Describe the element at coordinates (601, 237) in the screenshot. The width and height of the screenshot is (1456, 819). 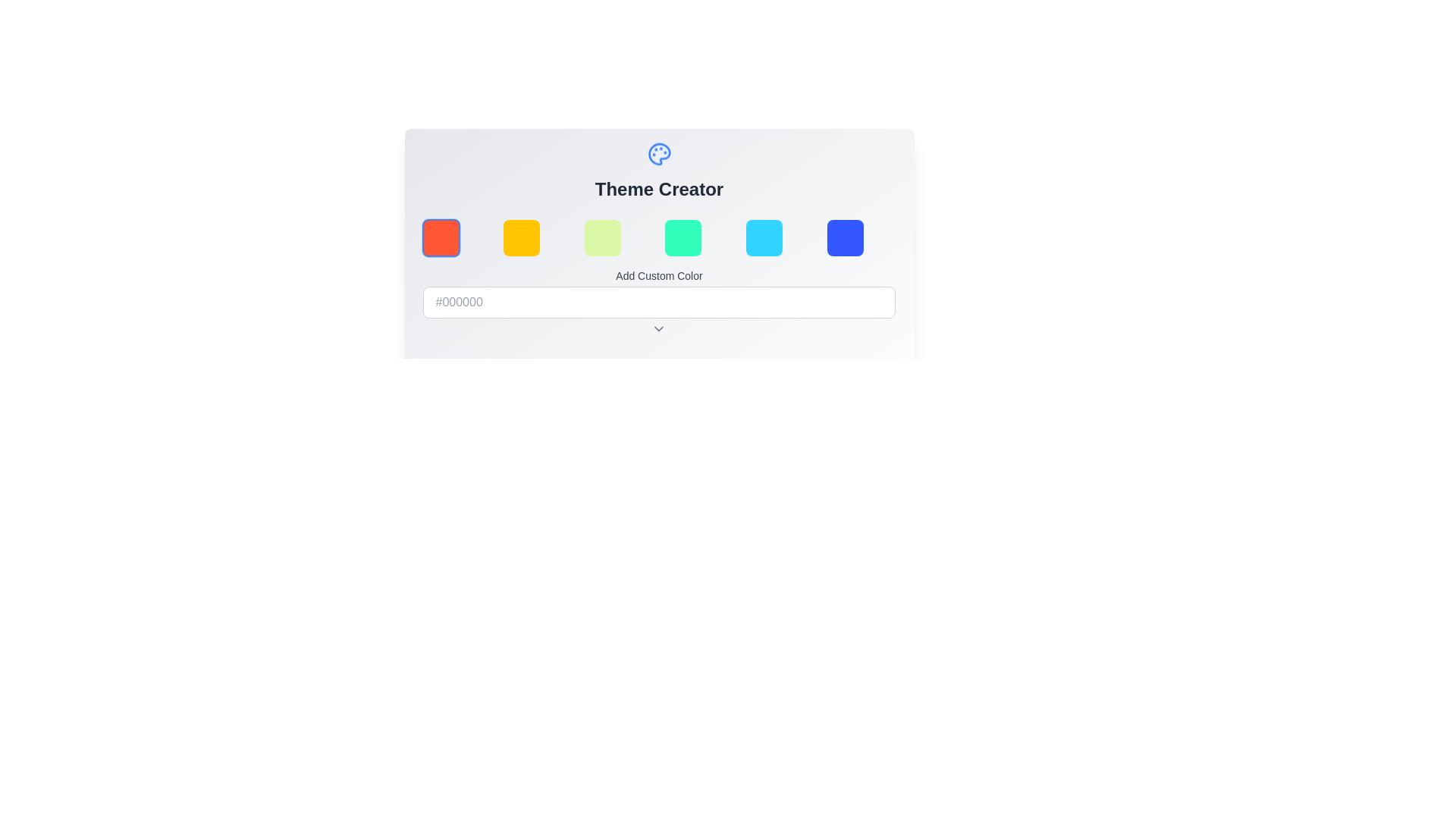
I see `the color selection button located as the third square in a grid layout under the 'Theme Creator' heading` at that location.